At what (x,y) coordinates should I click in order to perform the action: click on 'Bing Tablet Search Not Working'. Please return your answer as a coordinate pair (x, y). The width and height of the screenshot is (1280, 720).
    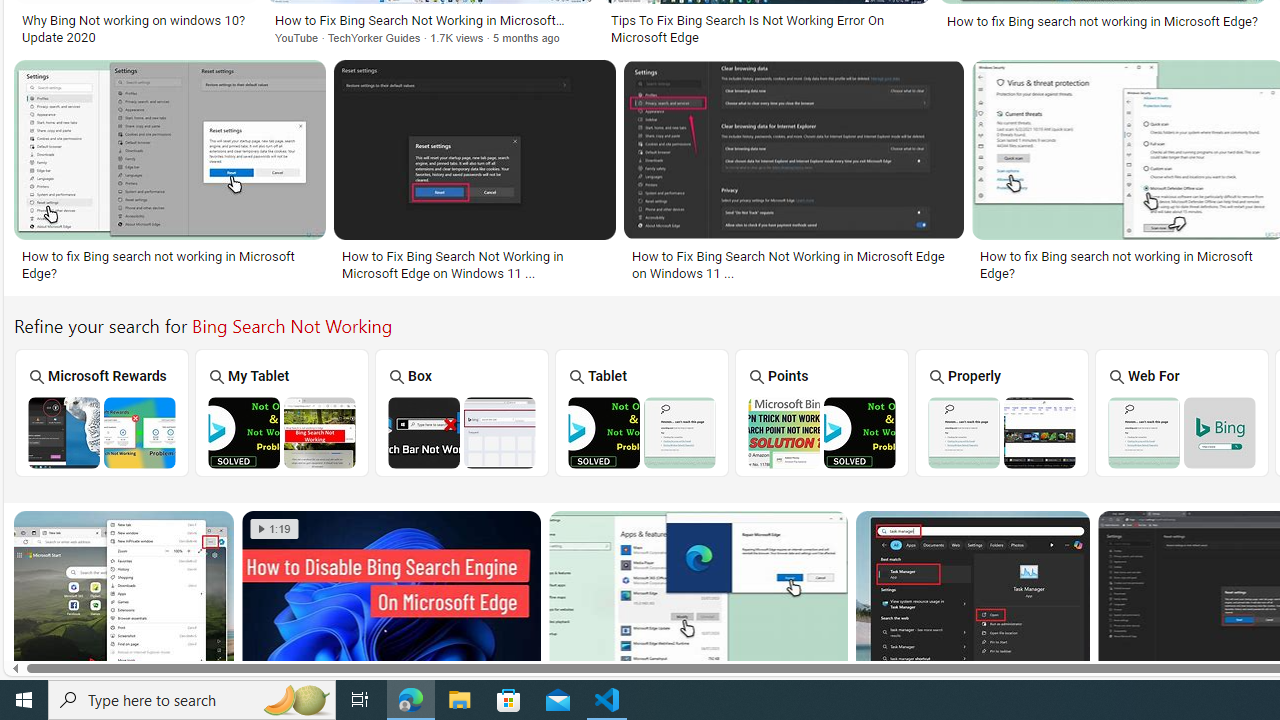
    Looking at the image, I should click on (641, 431).